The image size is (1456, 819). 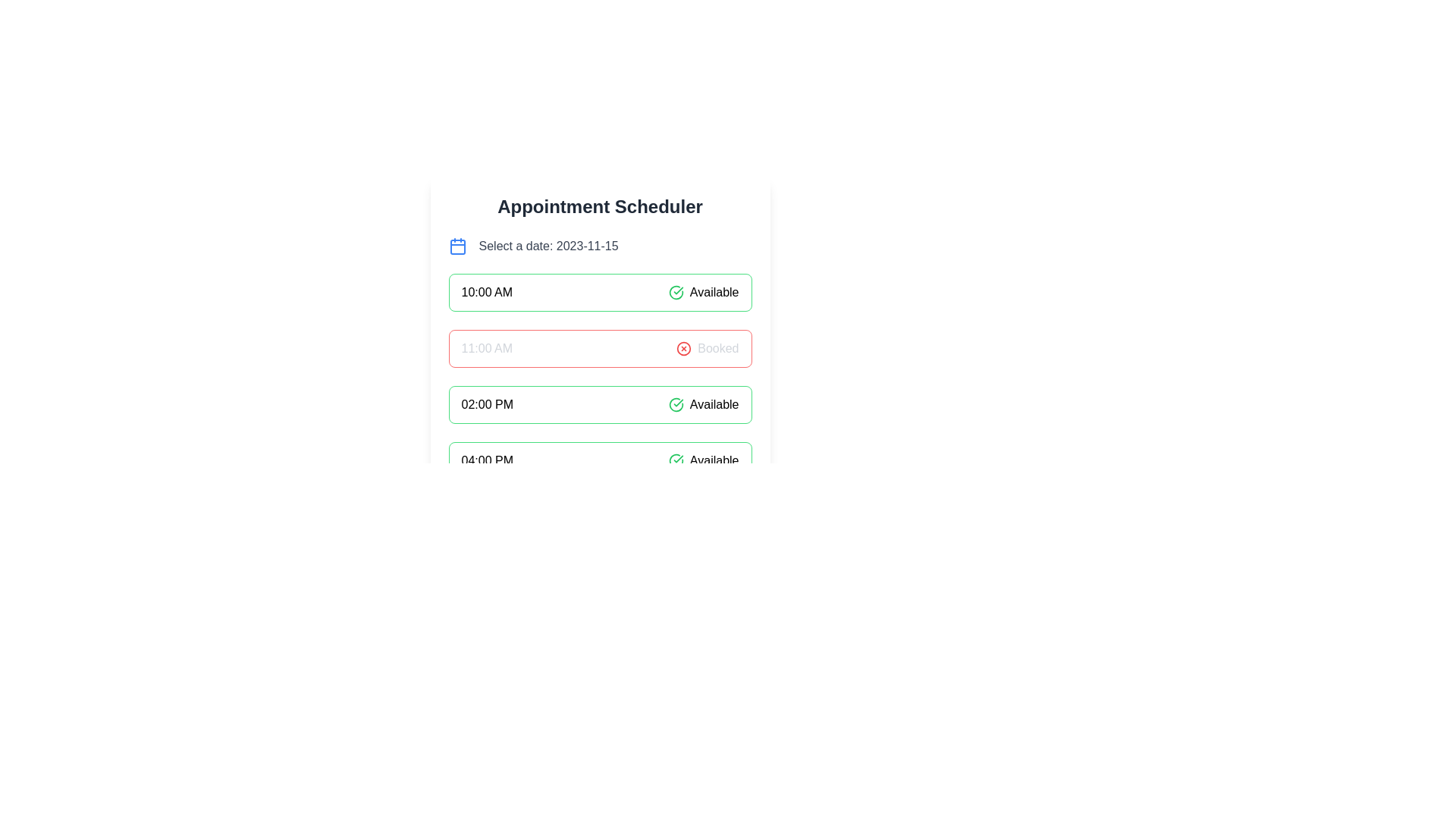 I want to click on the booked time slot indicator icon located in the '11:00 AM' row of the appointment scheduler interface, which visually represents unavailability, so click(x=683, y=348).